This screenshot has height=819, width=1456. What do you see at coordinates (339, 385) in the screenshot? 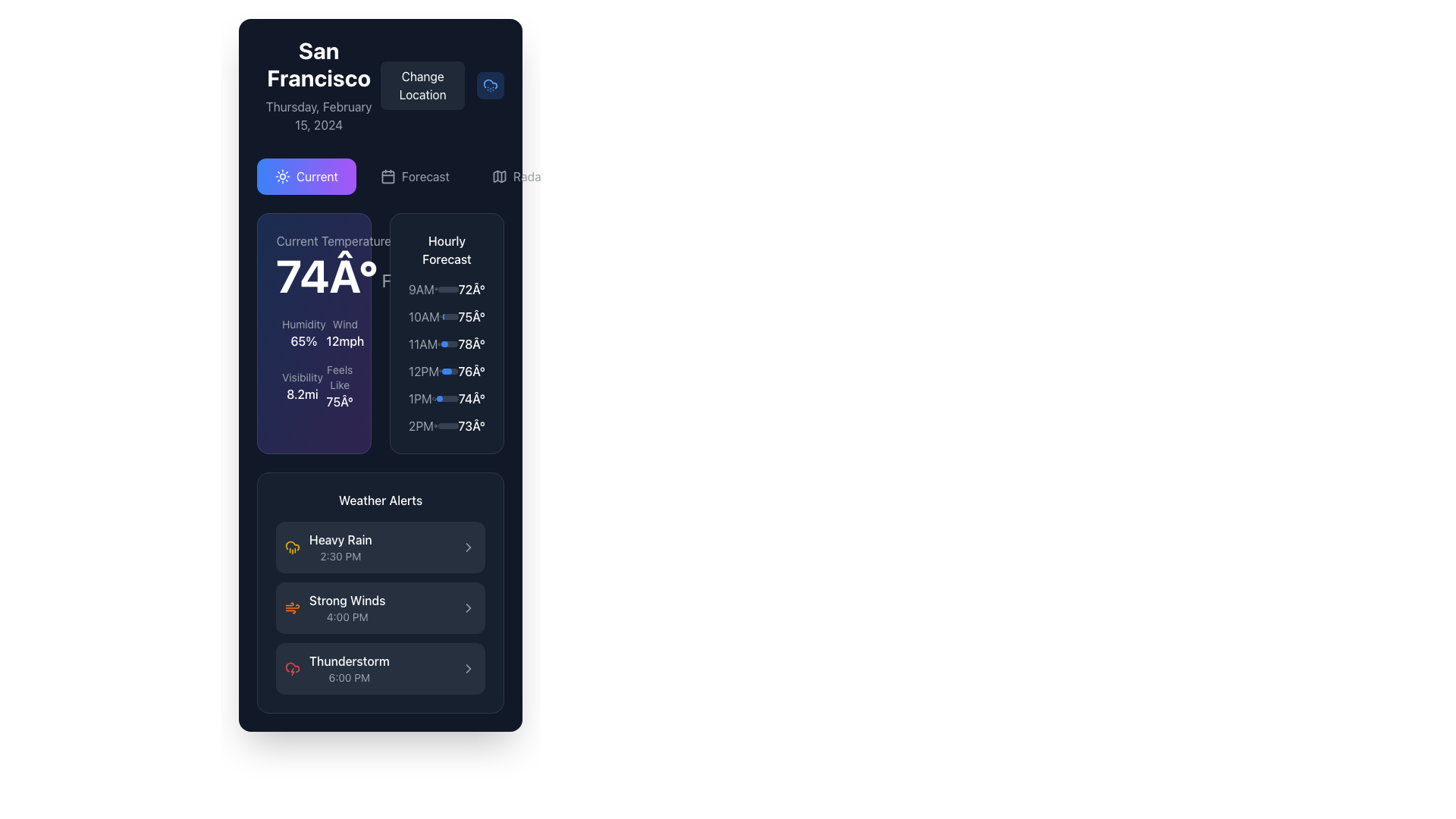
I see `the 'Feels Like' Text display showing '75°' which is positioned below the main temperature value '74°' in the information card` at bounding box center [339, 385].